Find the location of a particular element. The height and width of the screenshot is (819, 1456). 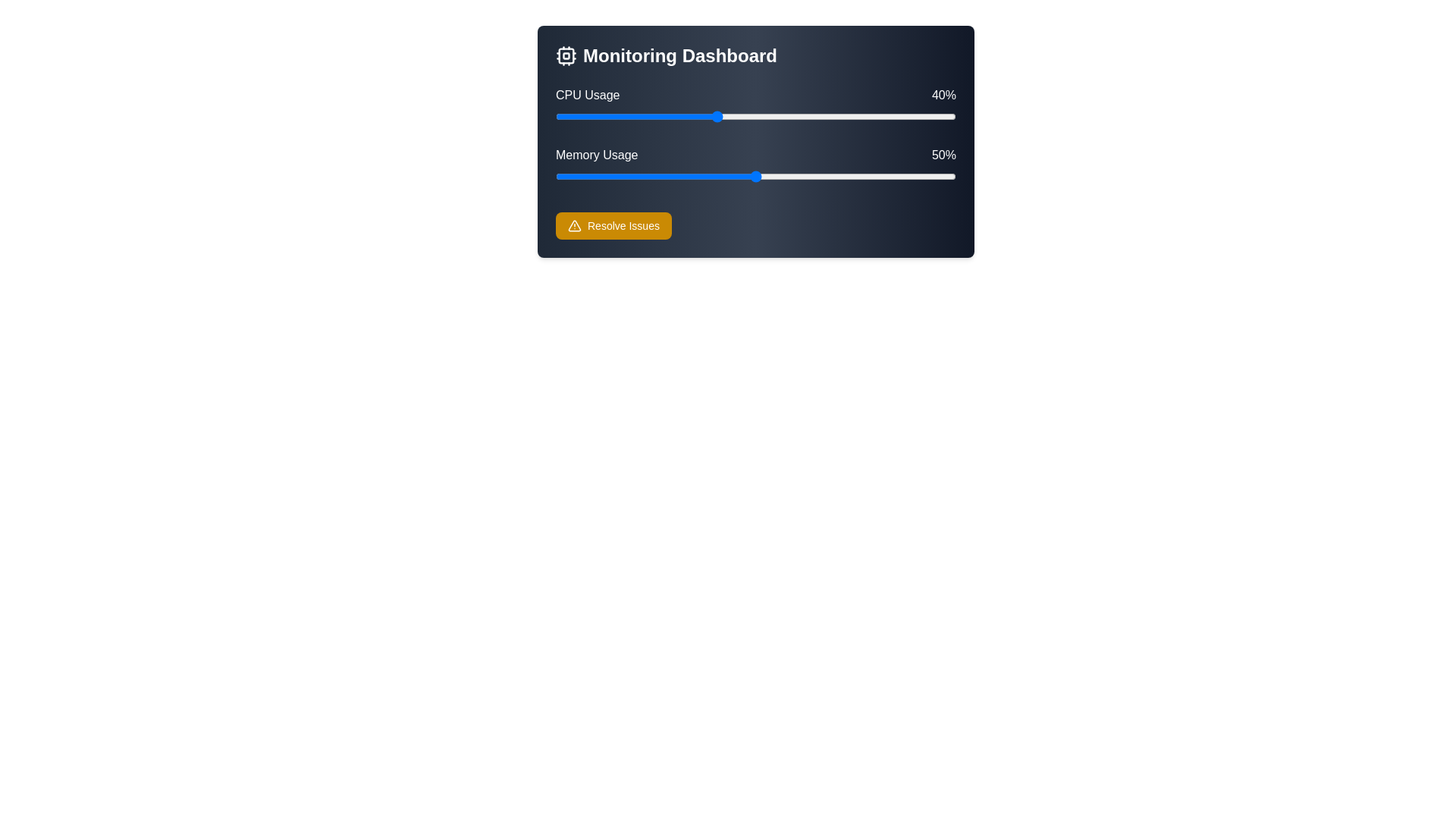

Memory Usage is located at coordinates (679, 175).